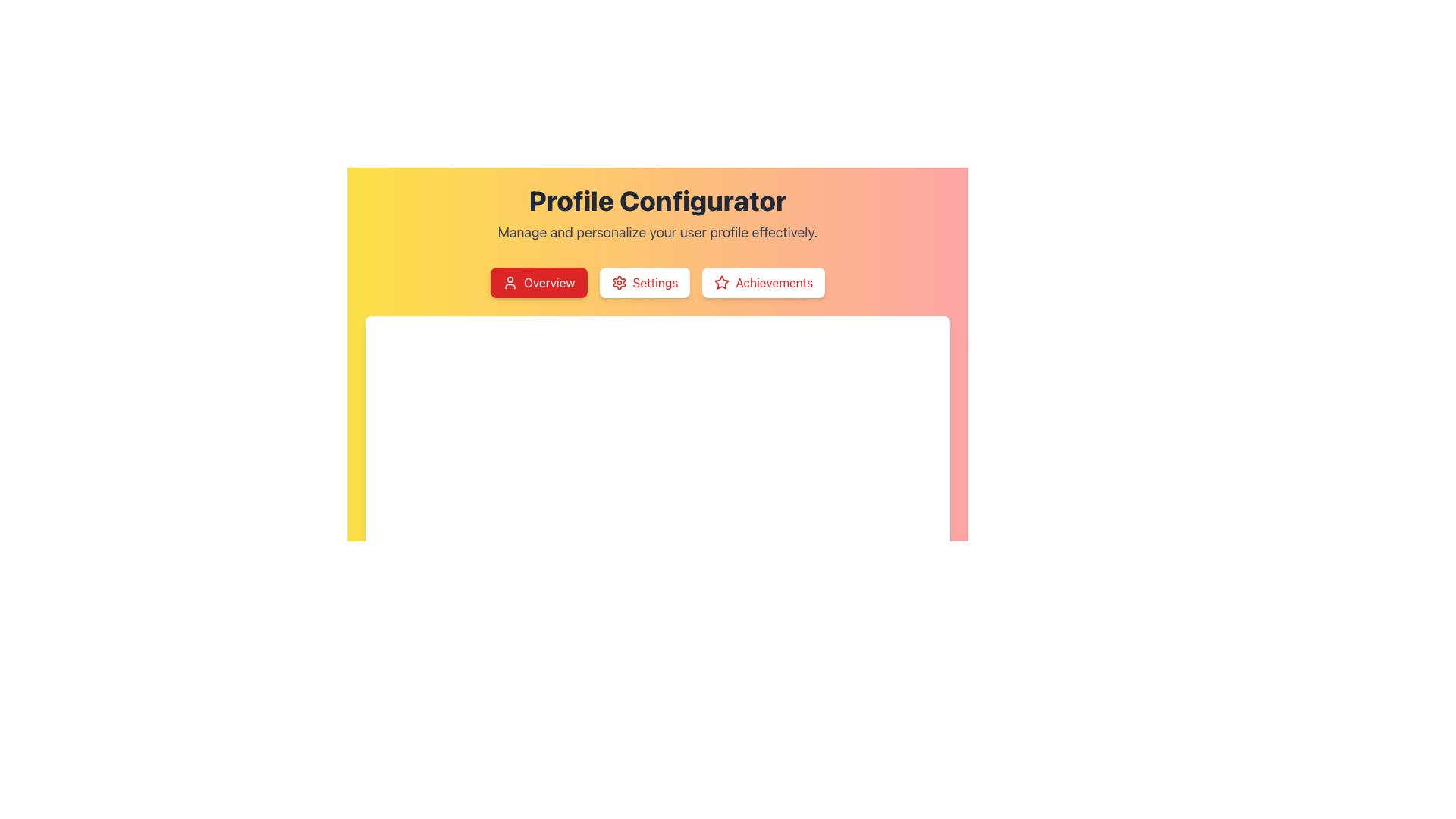 This screenshot has width=1456, height=819. I want to click on the navigation button labeled 'Overview' located below the 'Profile Configurator' heading, so click(538, 283).